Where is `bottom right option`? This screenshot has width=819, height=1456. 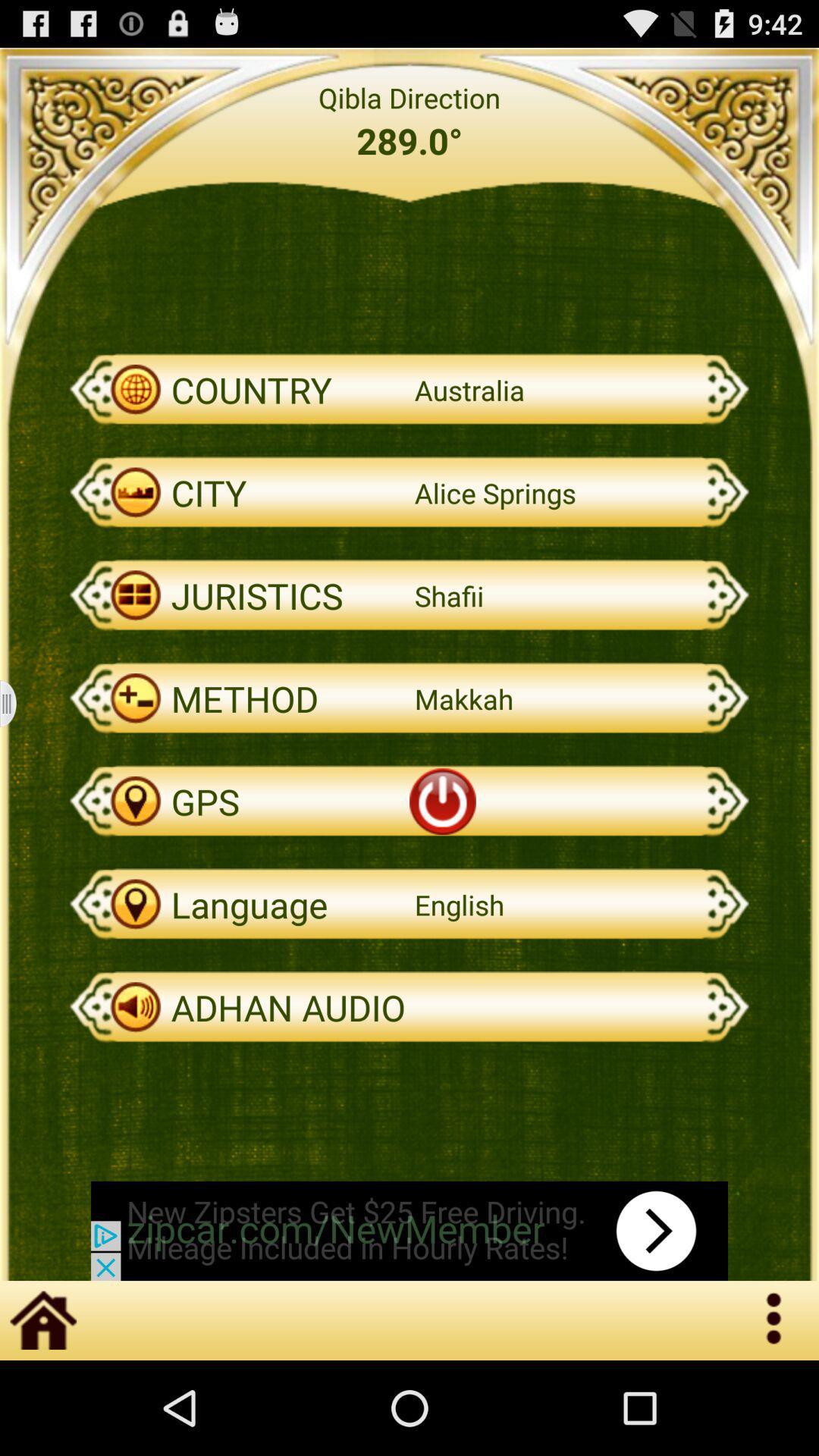 bottom right option is located at coordinates (775, 1319).